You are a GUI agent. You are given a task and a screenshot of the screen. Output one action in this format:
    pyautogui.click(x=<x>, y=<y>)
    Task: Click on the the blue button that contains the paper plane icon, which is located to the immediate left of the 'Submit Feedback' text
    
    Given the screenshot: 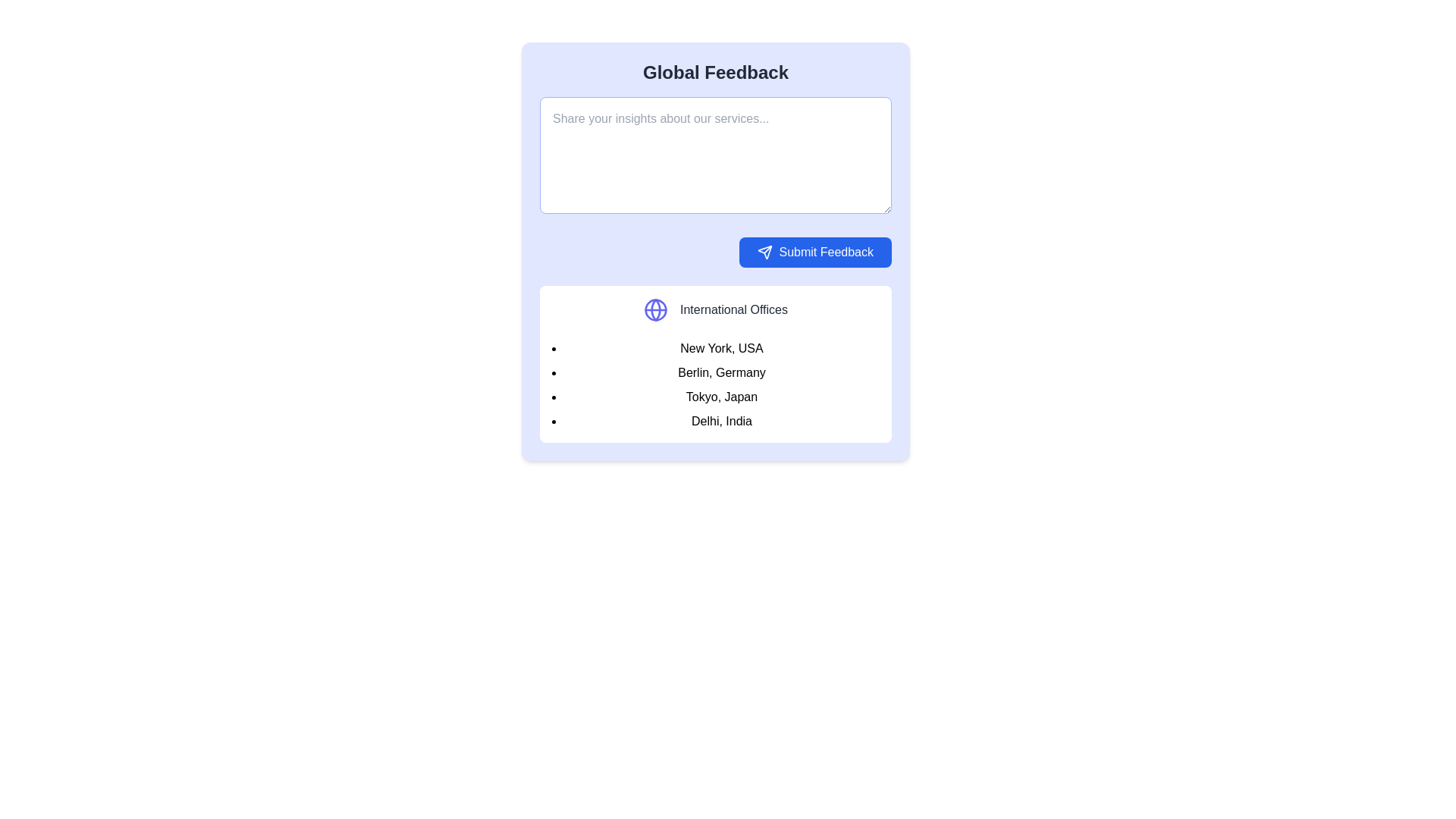 What is the action you would take?
    pyautogui.click(x=765, y=251)
    